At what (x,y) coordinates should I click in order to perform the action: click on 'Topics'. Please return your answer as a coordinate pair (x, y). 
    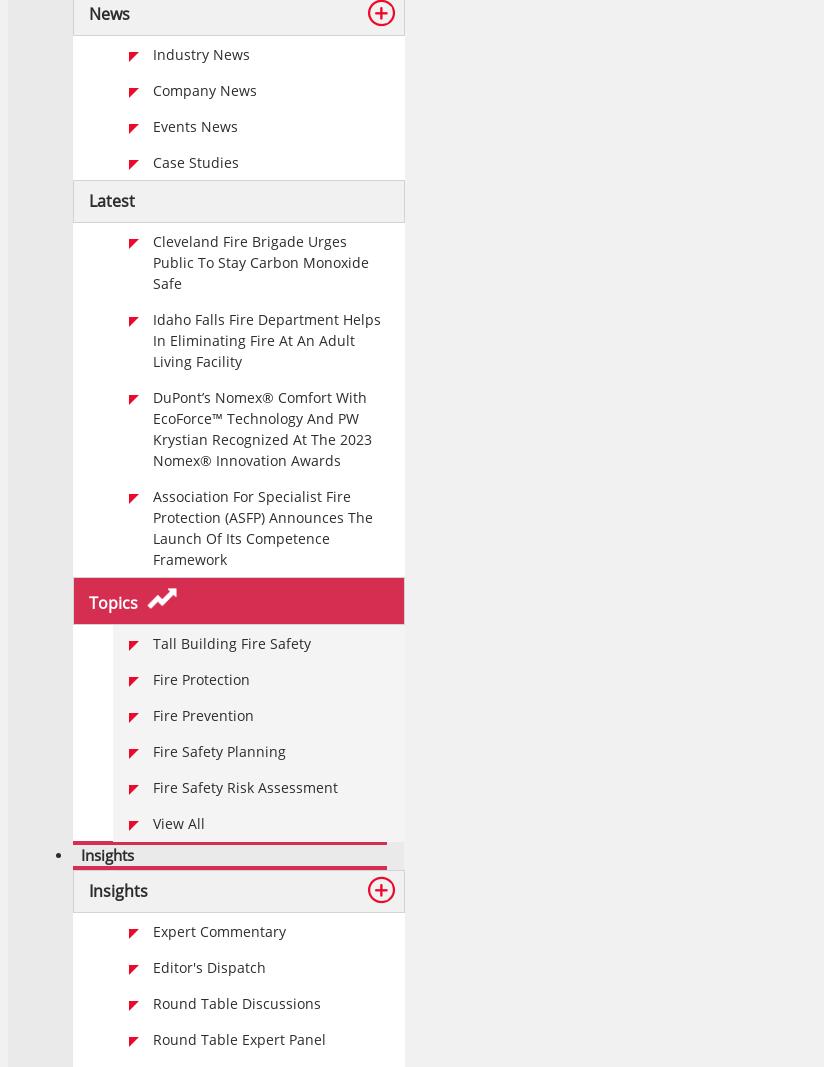
    Looking at the image, I should click on (115, 602).